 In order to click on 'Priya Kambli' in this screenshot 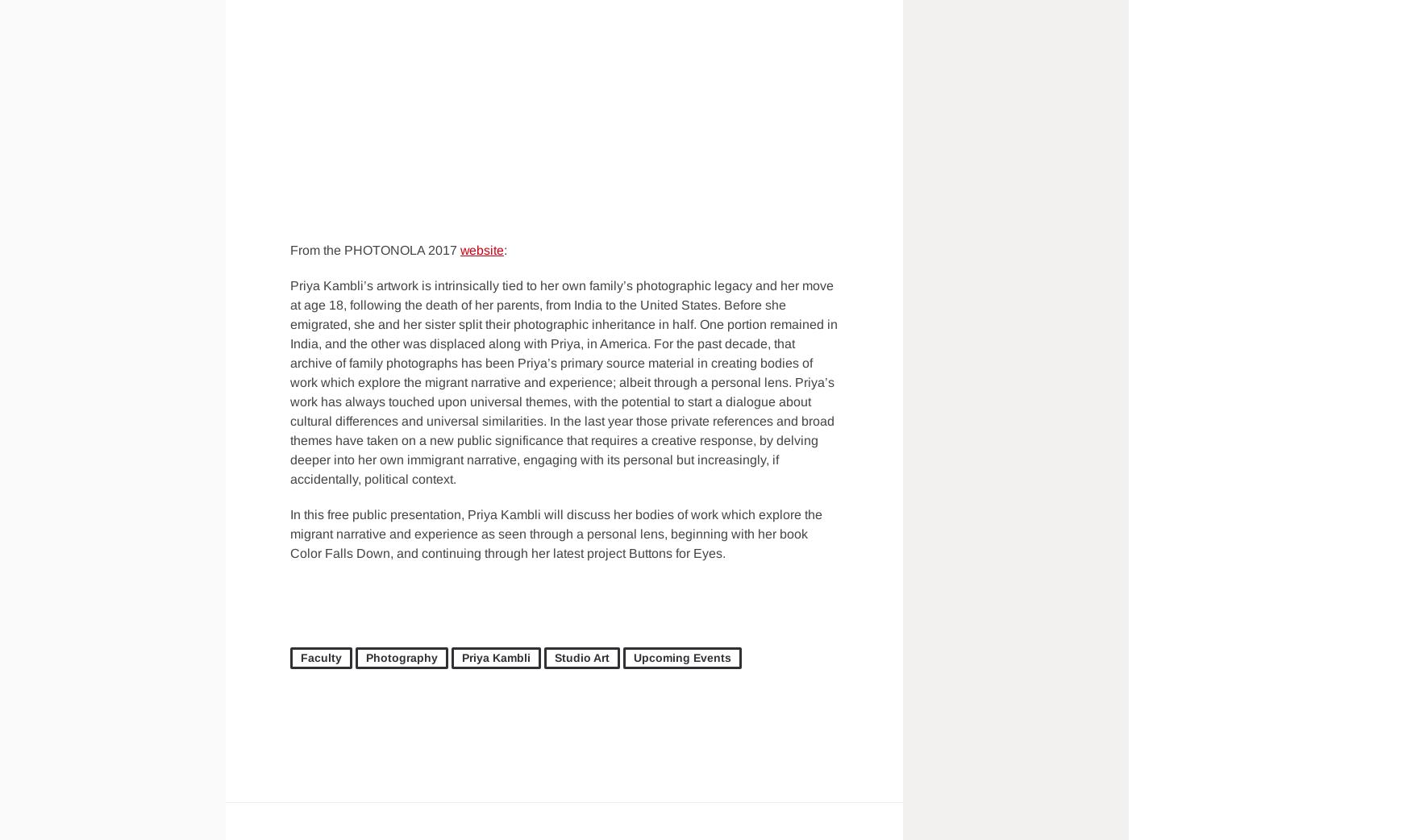, I will do `click(496, 657)`.